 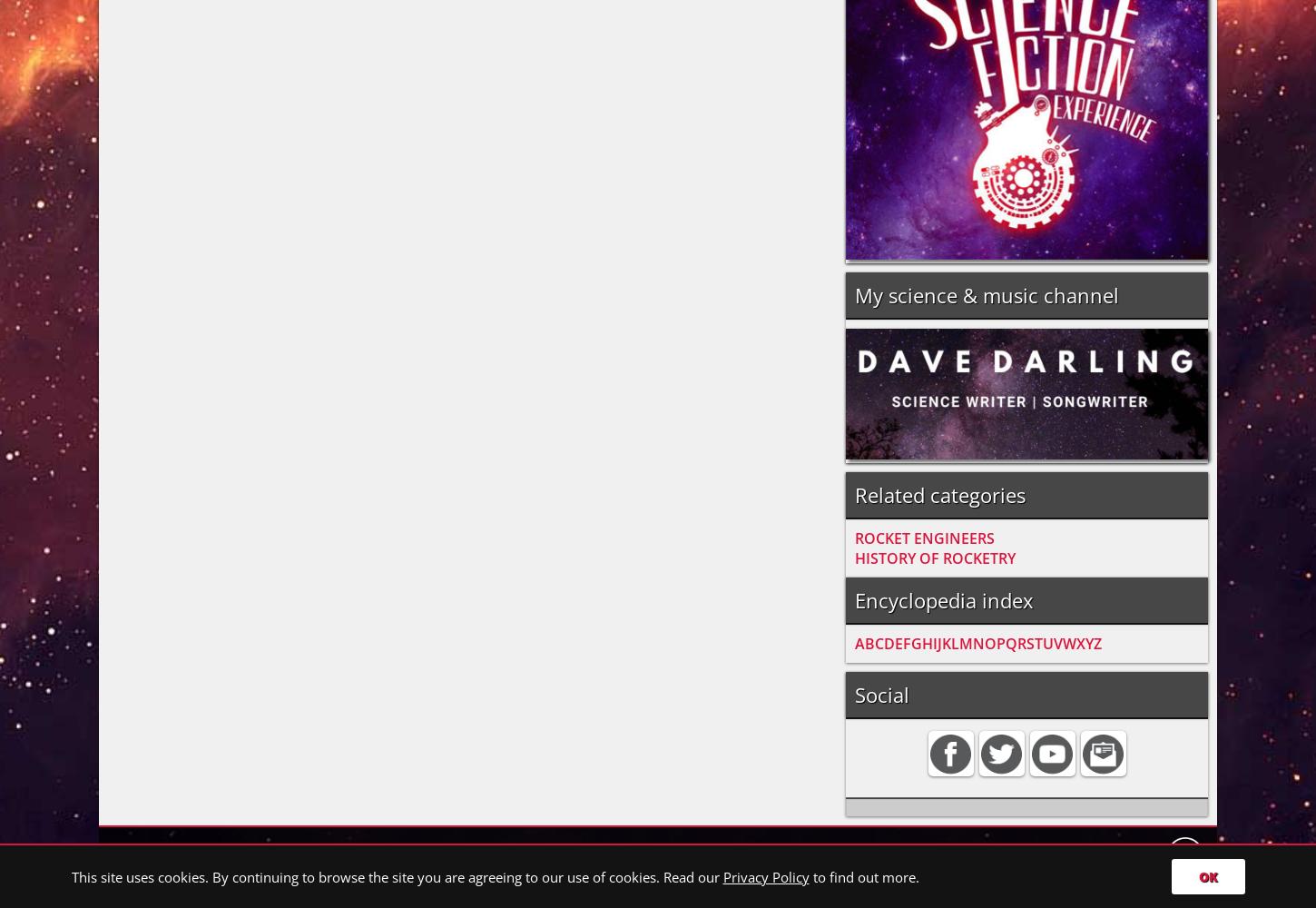 I want to click on 'X', so click(x=1080, y=642).